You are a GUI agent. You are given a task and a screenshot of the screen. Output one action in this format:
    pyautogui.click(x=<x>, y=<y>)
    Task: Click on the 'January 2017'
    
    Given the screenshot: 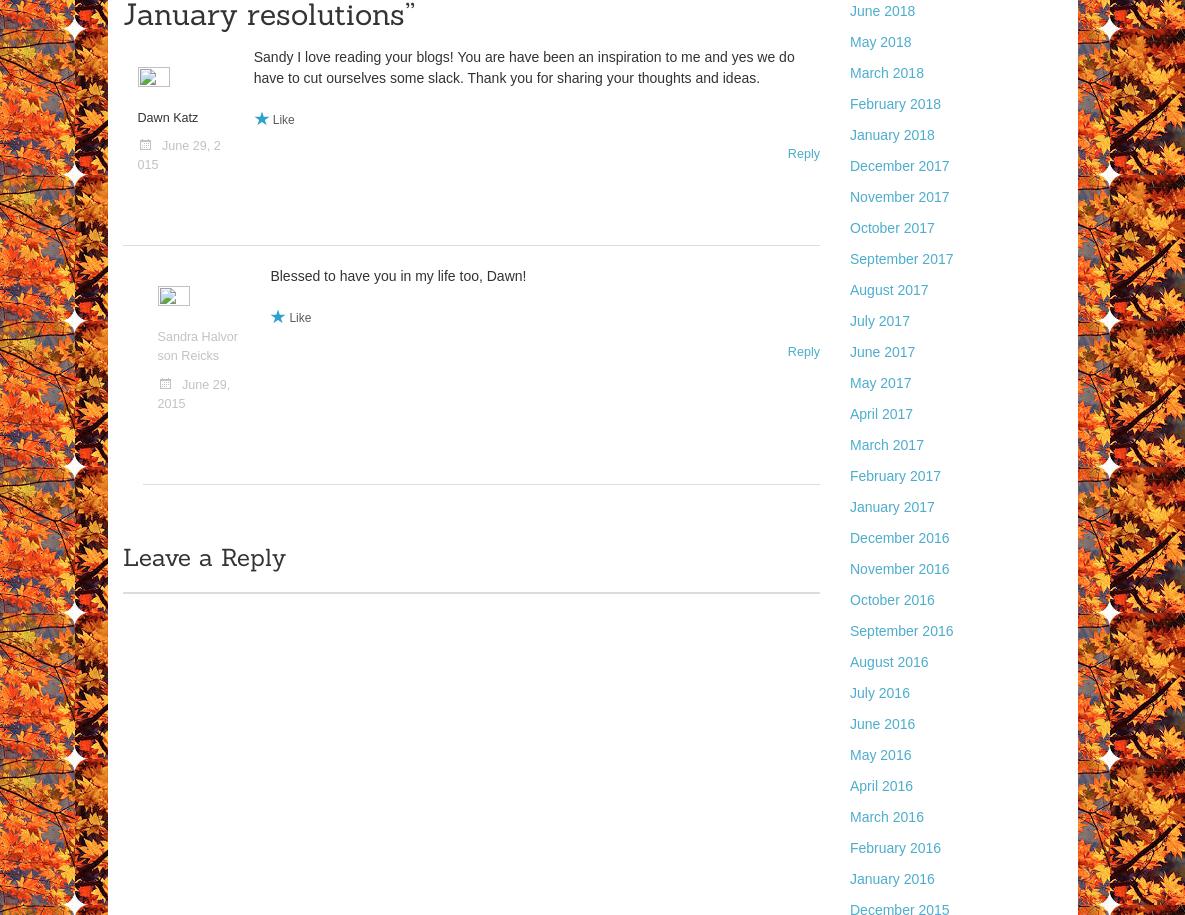 What is the action you would take?
    pyautogui.click(x=891, y=506)
    